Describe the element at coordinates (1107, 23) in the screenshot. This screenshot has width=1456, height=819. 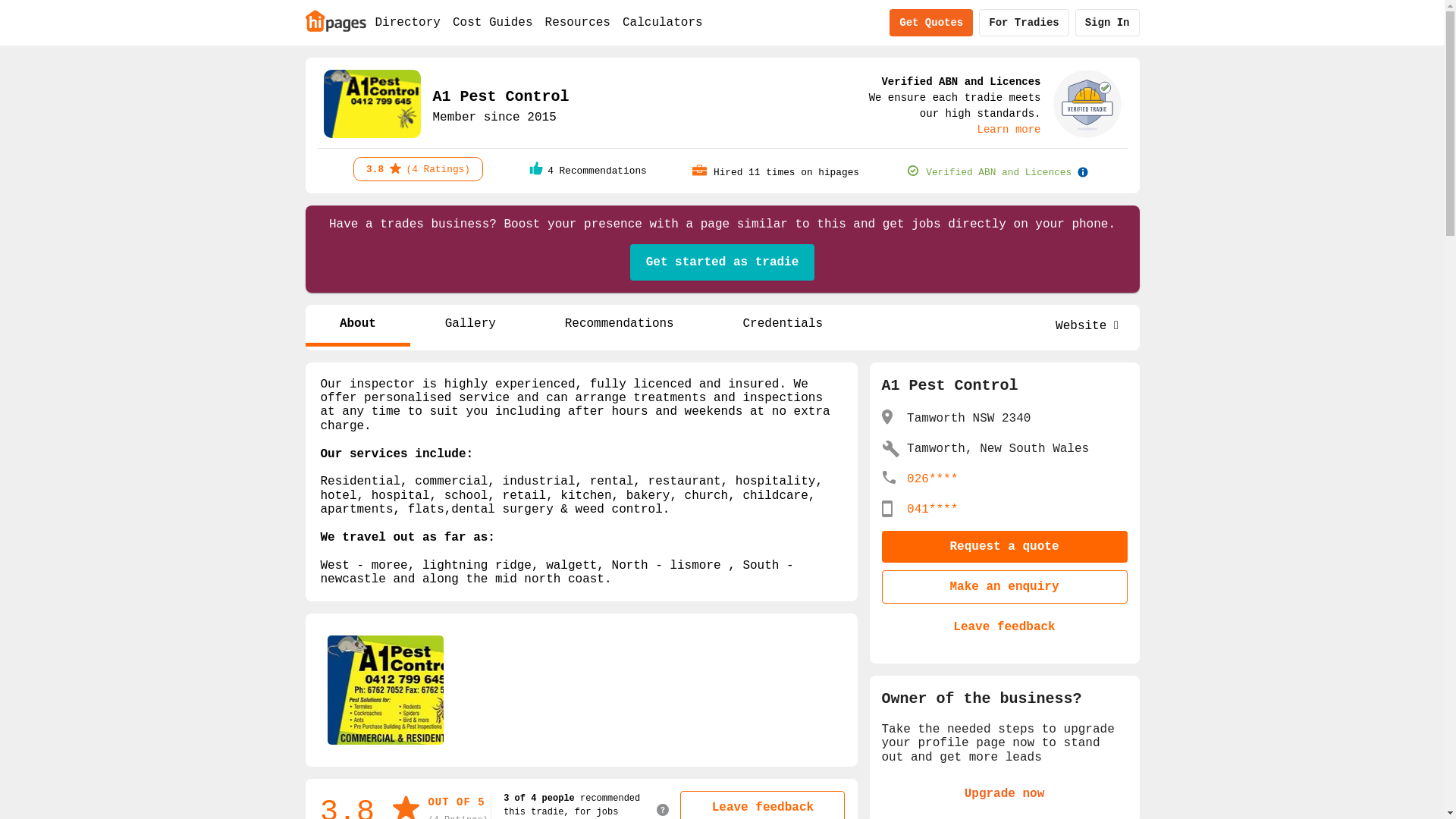
I see `'Sign In'` at that location.